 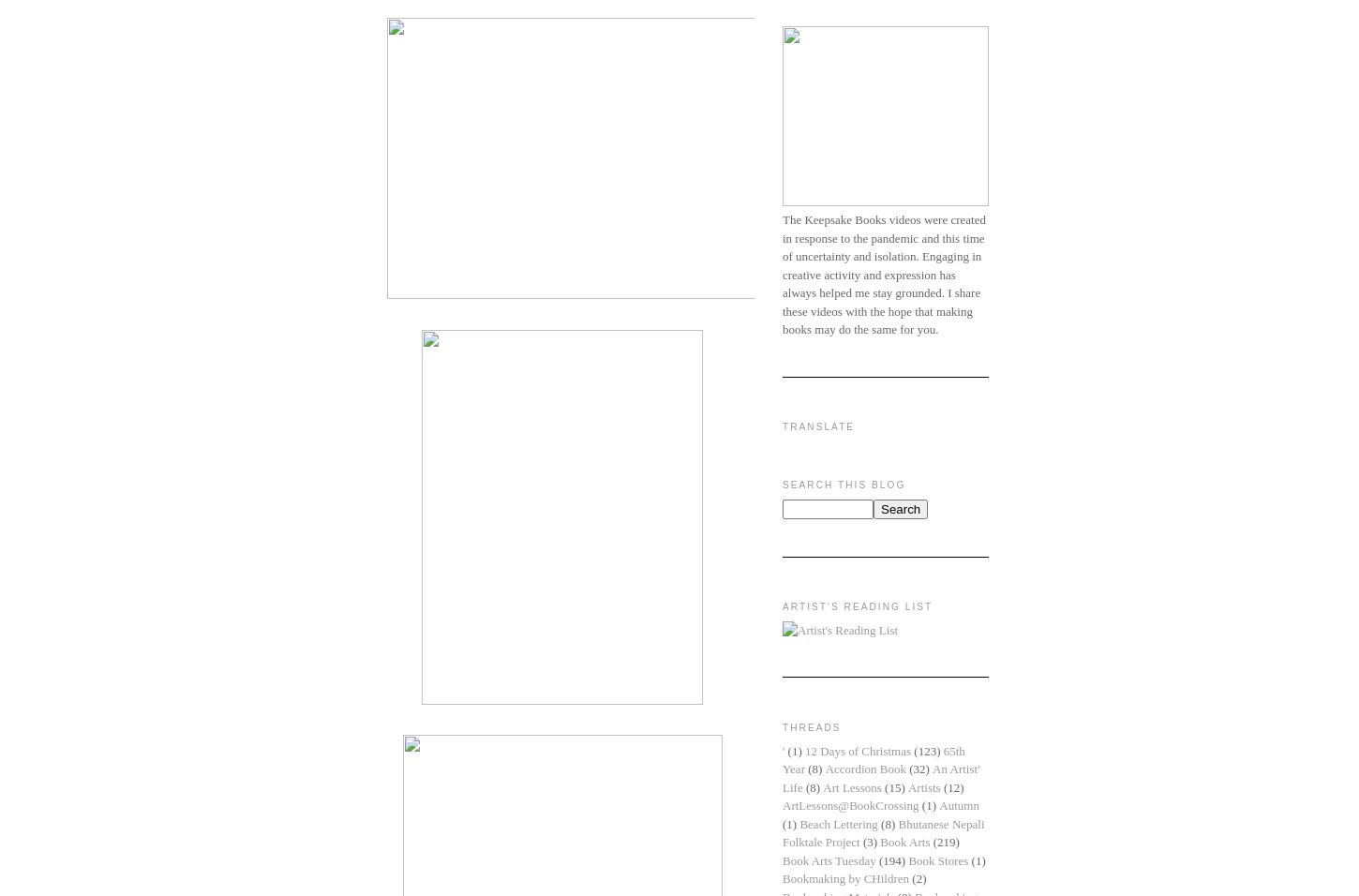 What do you see at coordinates (810, 725) in the screenshot?
I see `'Threads'` at bounding box center [810, 725].